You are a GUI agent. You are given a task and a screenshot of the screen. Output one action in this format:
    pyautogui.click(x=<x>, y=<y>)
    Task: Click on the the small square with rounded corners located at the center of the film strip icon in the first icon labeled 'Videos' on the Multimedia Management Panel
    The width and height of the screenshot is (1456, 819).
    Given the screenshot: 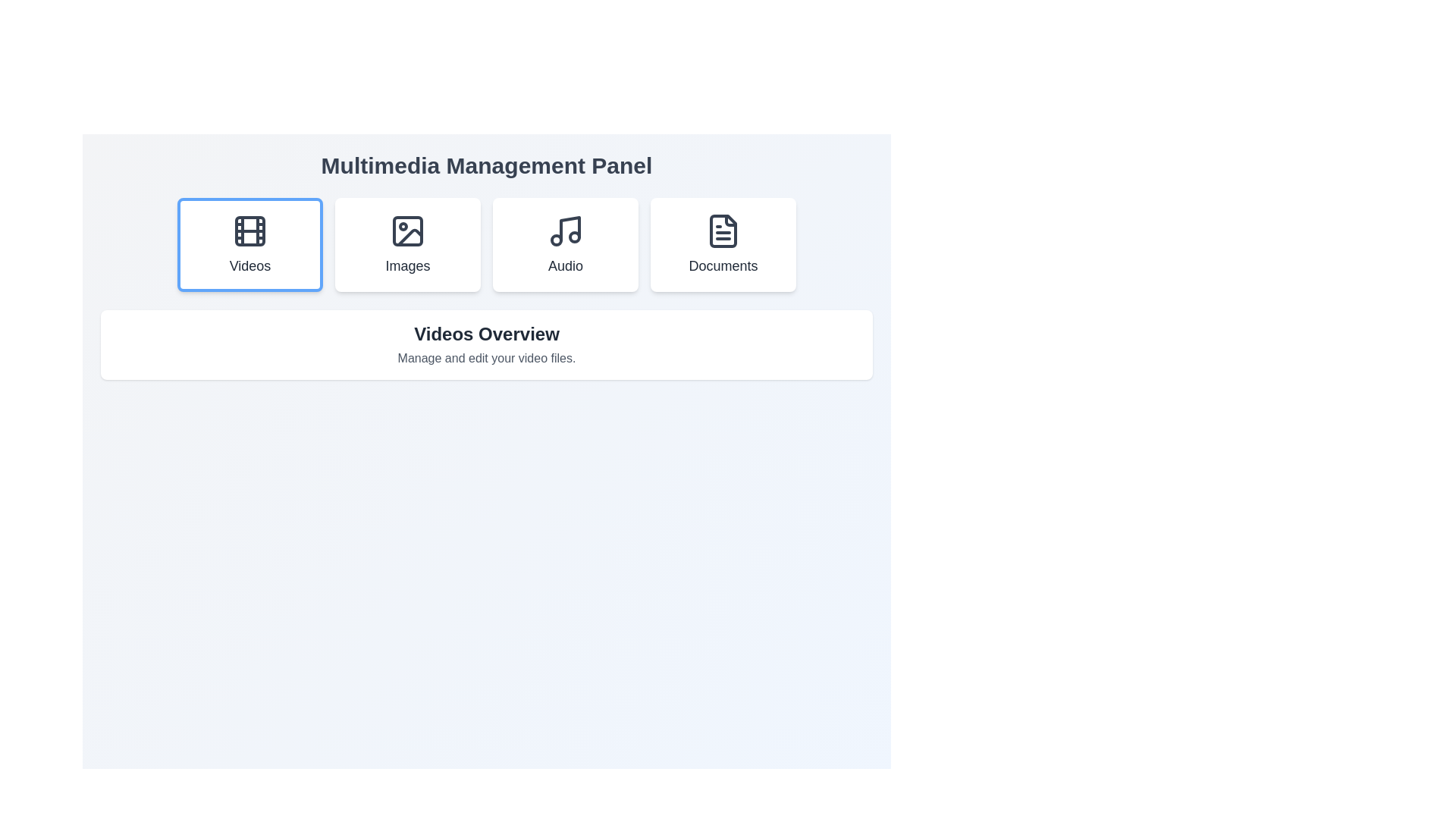 What is the action you would take?
    pyautogui.click(x=250, y=231)
    